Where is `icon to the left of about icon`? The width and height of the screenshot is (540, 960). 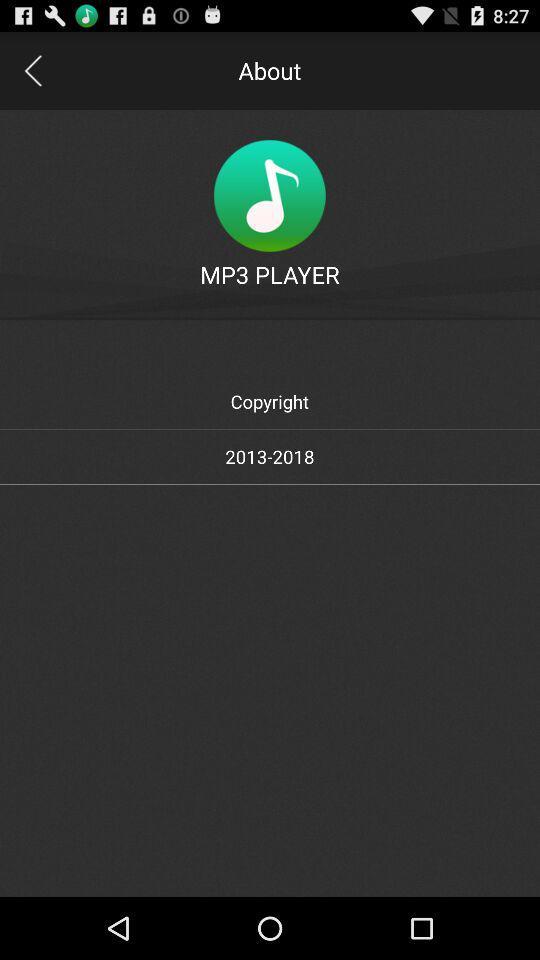
icon to the left of about icon is located at coordinates (31, 70).